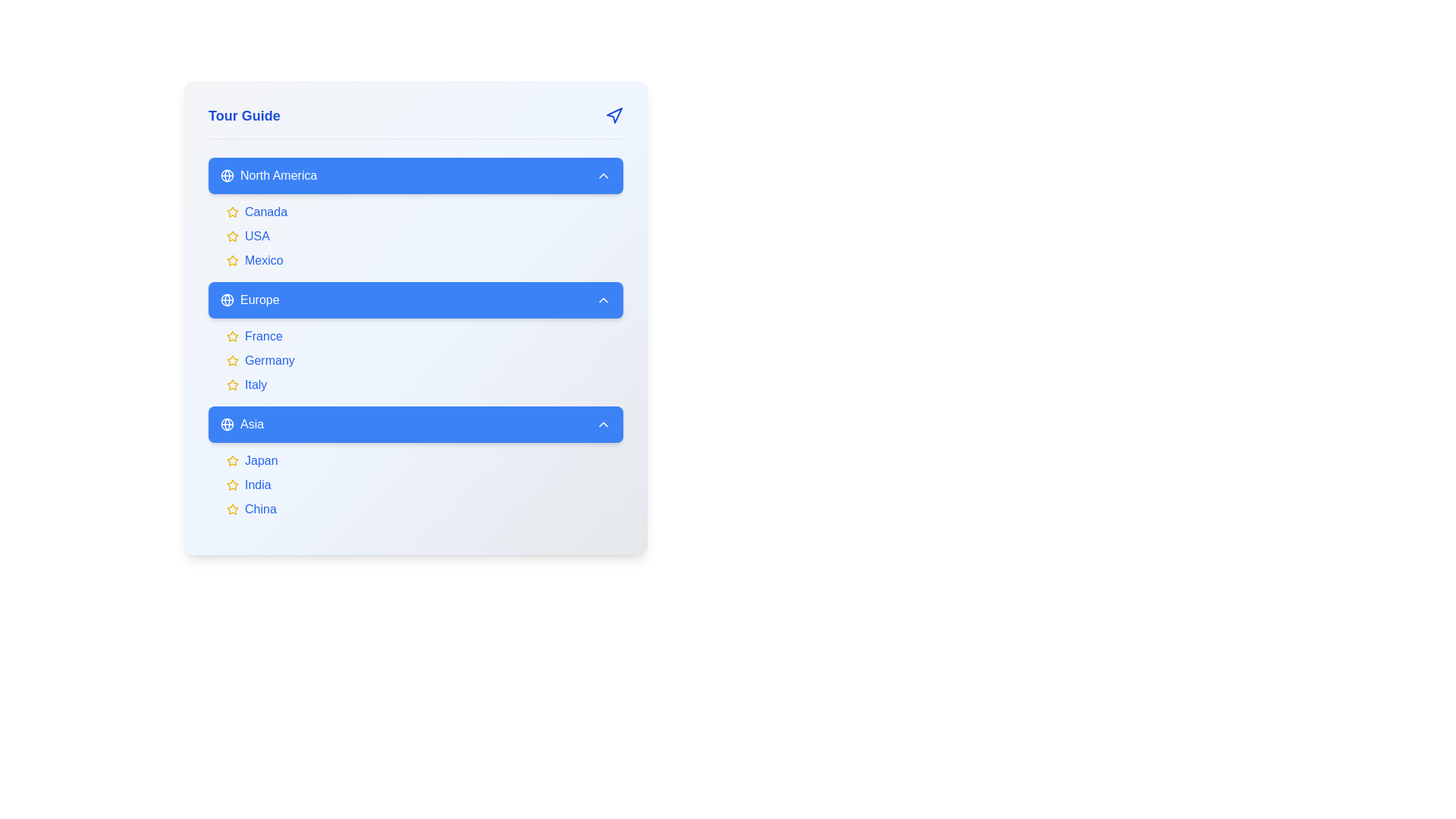 The image size is (1456, 819). I want to click on the yellow star icon with sharp tips located under the 'North America' section, so click(232, 212).